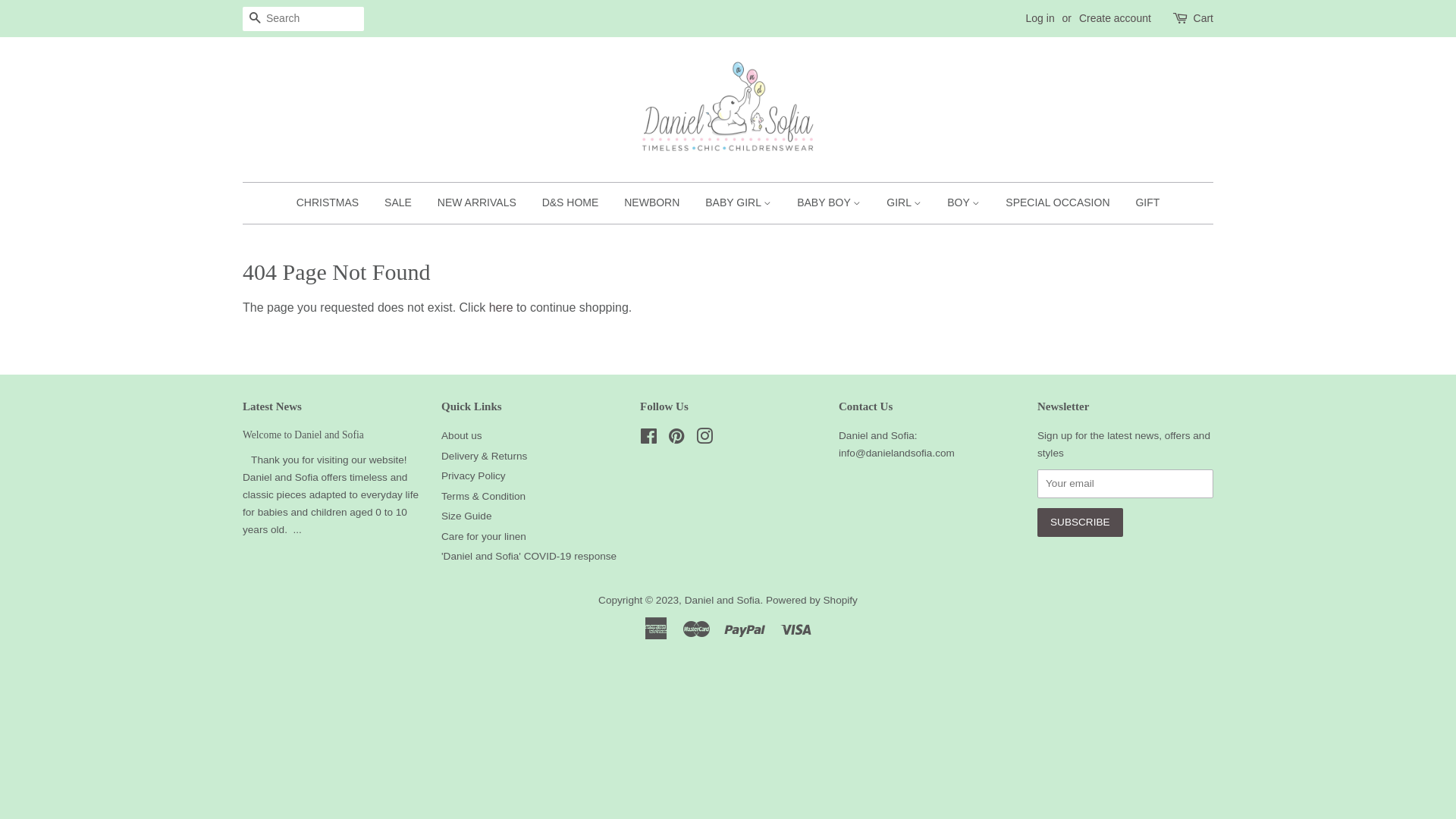 This screenshot has height=819, width=1456. I want to click on 'Delivery & Returns', so click(483, 455).